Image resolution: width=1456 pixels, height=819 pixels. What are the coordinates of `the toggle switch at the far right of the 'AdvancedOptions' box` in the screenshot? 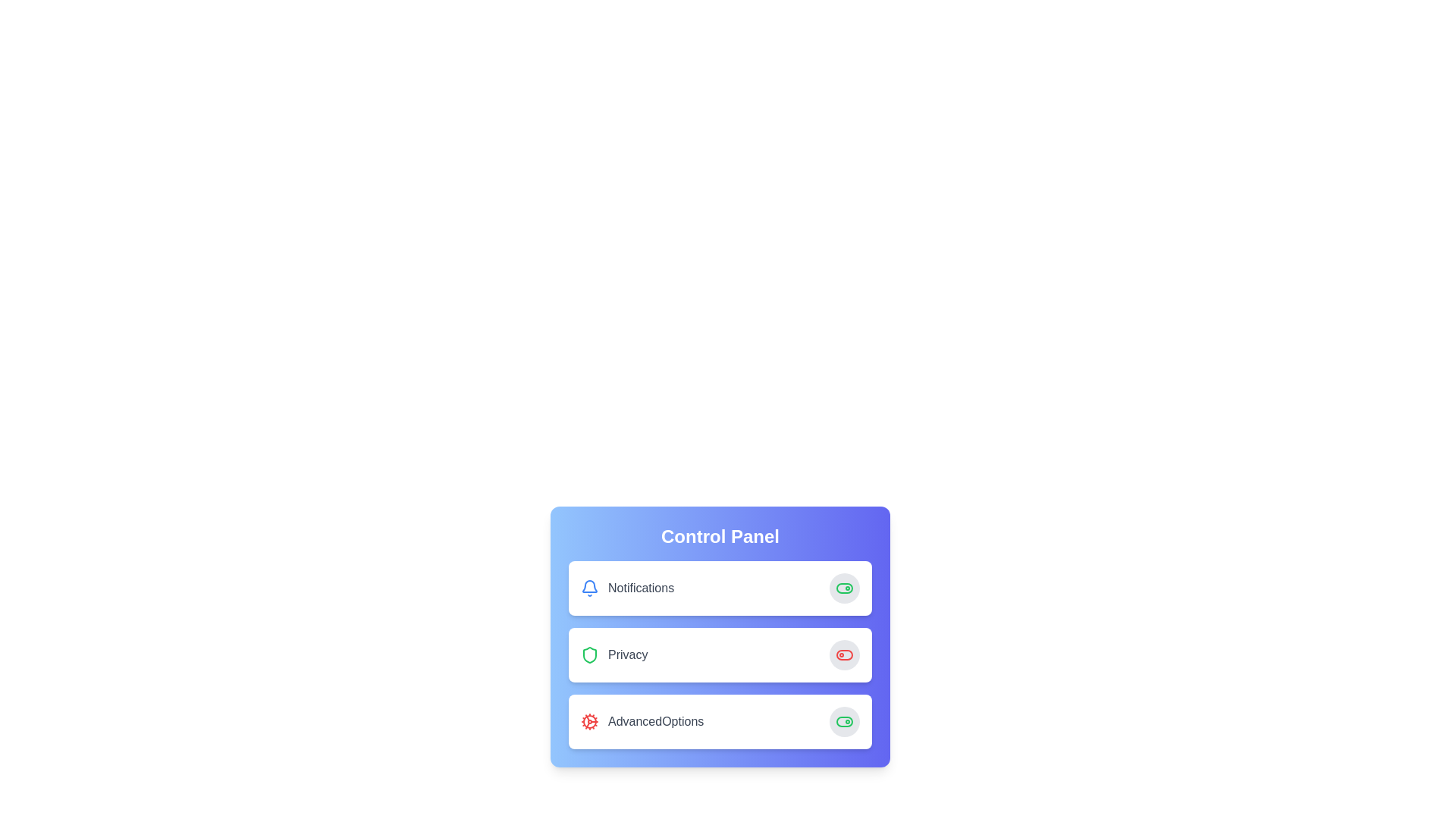 It's located at (843, 721).